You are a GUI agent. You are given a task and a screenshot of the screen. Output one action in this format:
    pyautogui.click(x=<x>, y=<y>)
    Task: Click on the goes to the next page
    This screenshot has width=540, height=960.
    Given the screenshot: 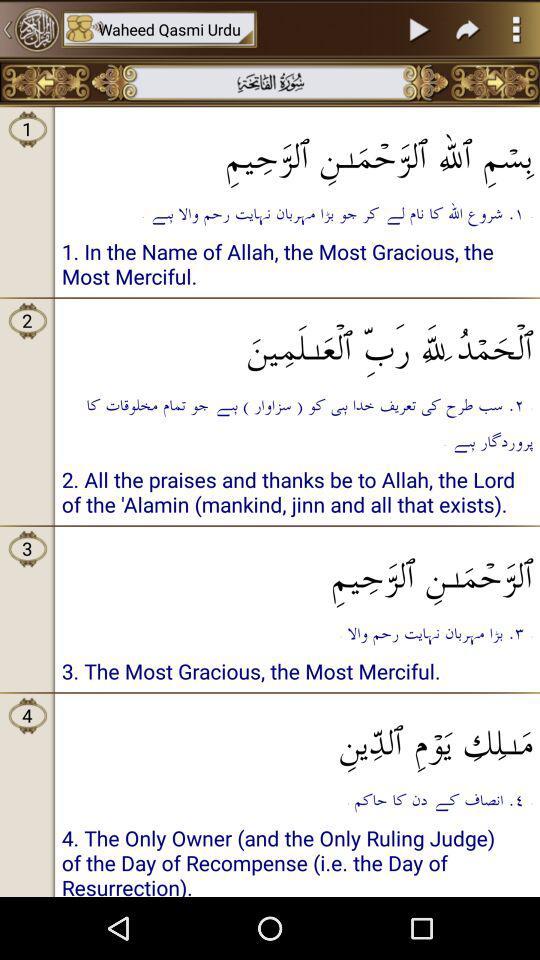 What is the action you would take?
    pyautogui.click(x=493, y=82)
    